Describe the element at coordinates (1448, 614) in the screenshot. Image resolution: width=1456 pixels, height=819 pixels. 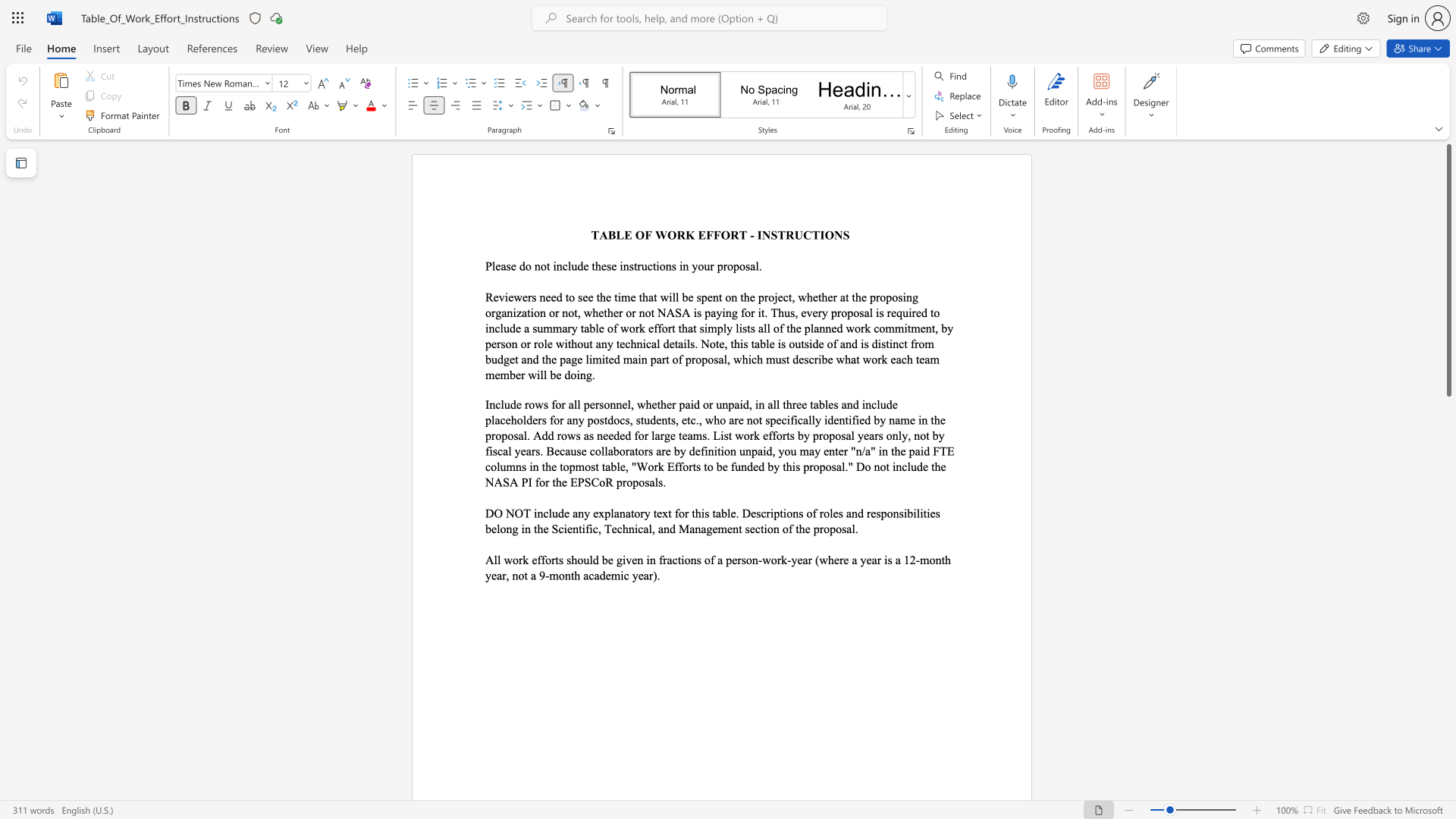
I see `the scrollbar to adjust the page downward` at that location.